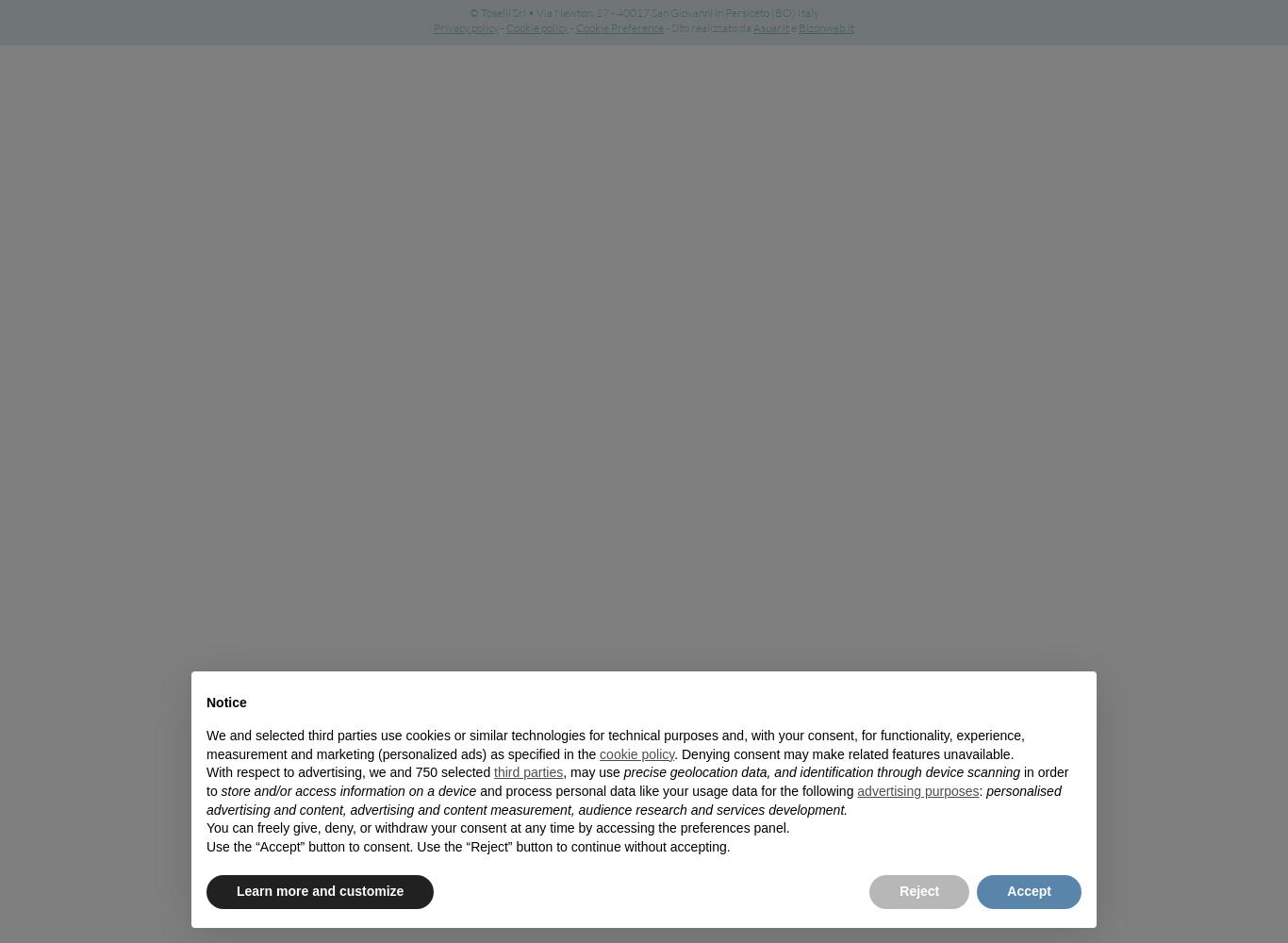  I want to click on 'precise geolocation data, and identification through device scanning', so click(622, 771).